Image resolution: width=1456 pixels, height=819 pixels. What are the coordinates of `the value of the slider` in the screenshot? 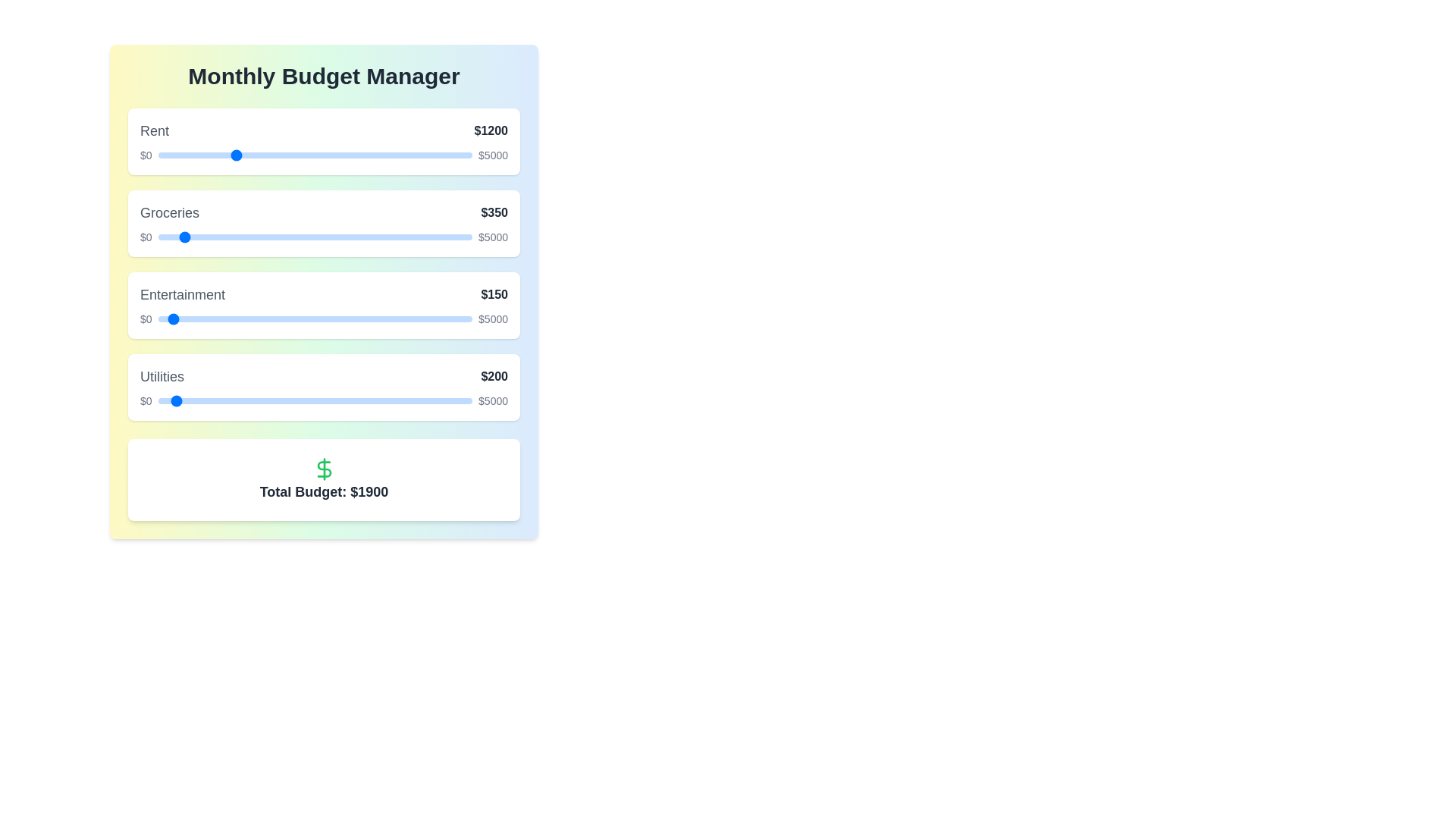 It's located at (340, 318).